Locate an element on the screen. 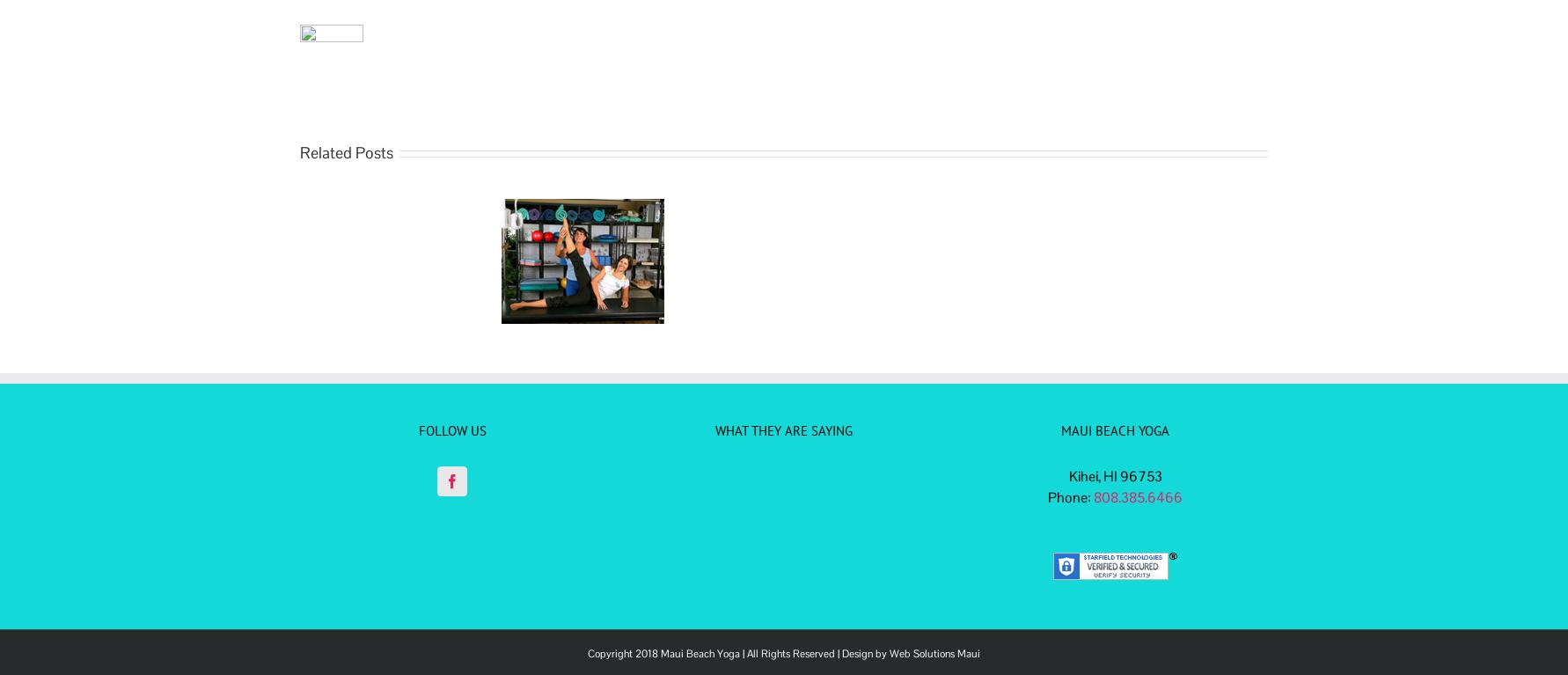 Image resolution: width=1568 pixels, height=675 pixels. 'Related Posts' is located at coordinates (299, 151).